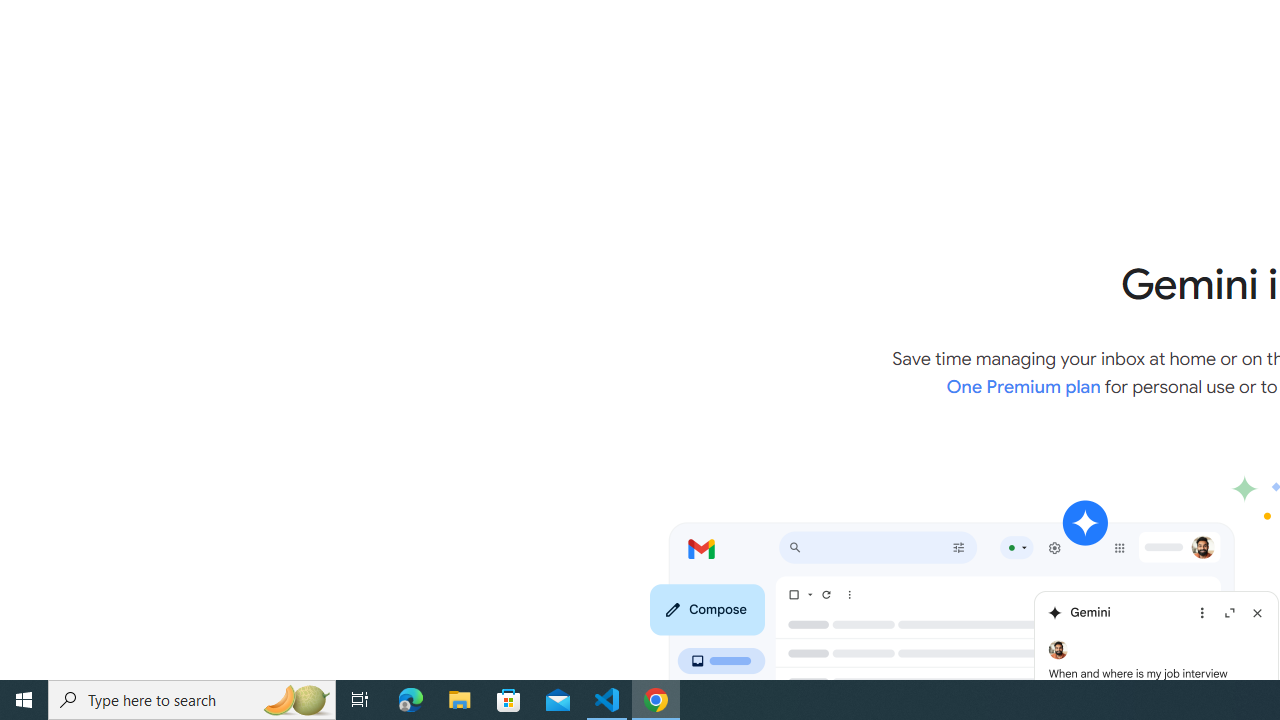 The height and width of the screenshot is (720, 1280). Describe the element at coordinates (606, 698) in the screenshot. I see `'Visual Studio Code - 1 running window'` at that location.